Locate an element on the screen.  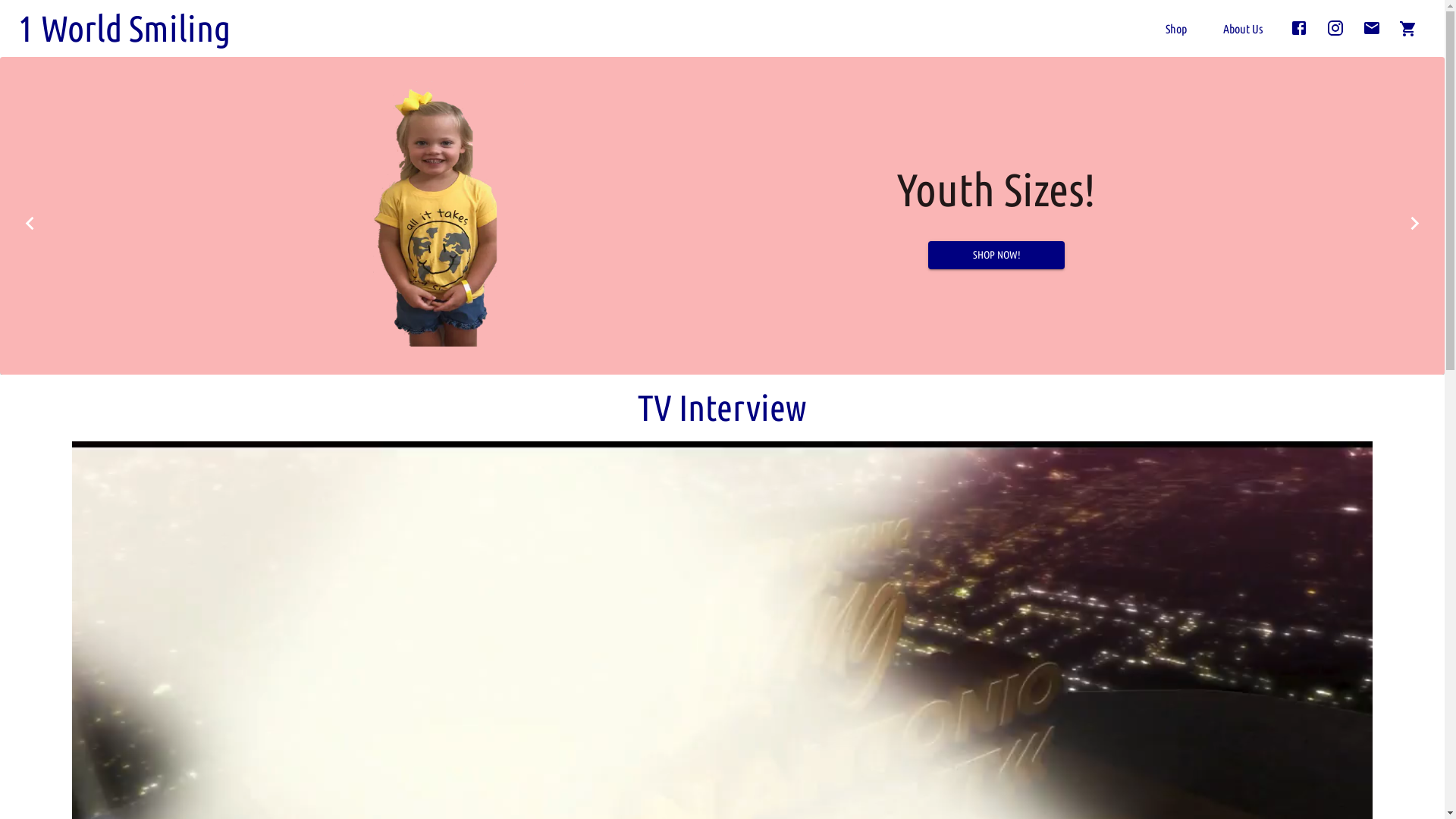
'0' is located at coordinates (1407, 29).